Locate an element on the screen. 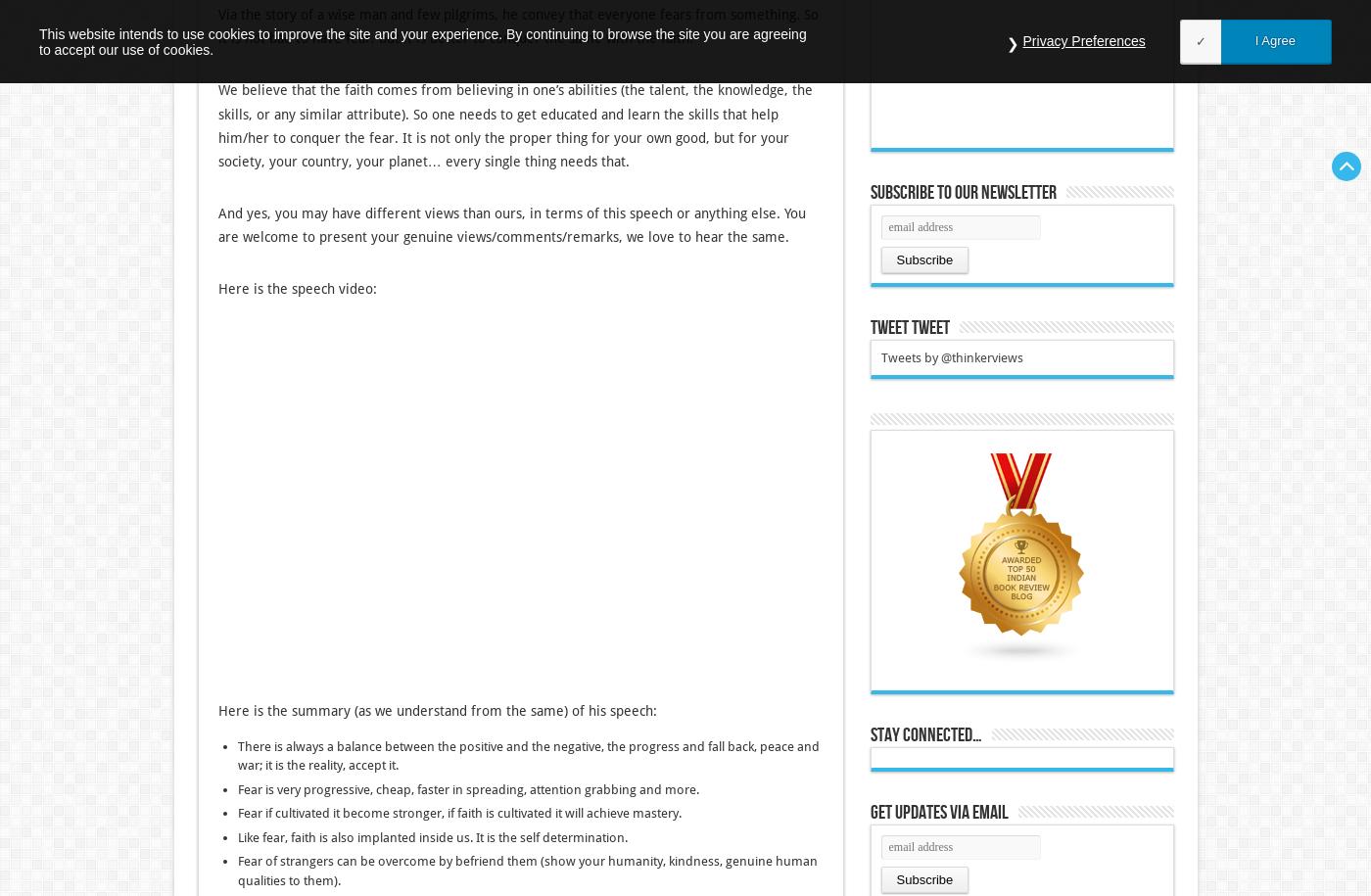 This screenshot has height=896, width=1371. 'Here is the summary (as we understand from the same) of his speech:' is located at coordinates (437, 709).